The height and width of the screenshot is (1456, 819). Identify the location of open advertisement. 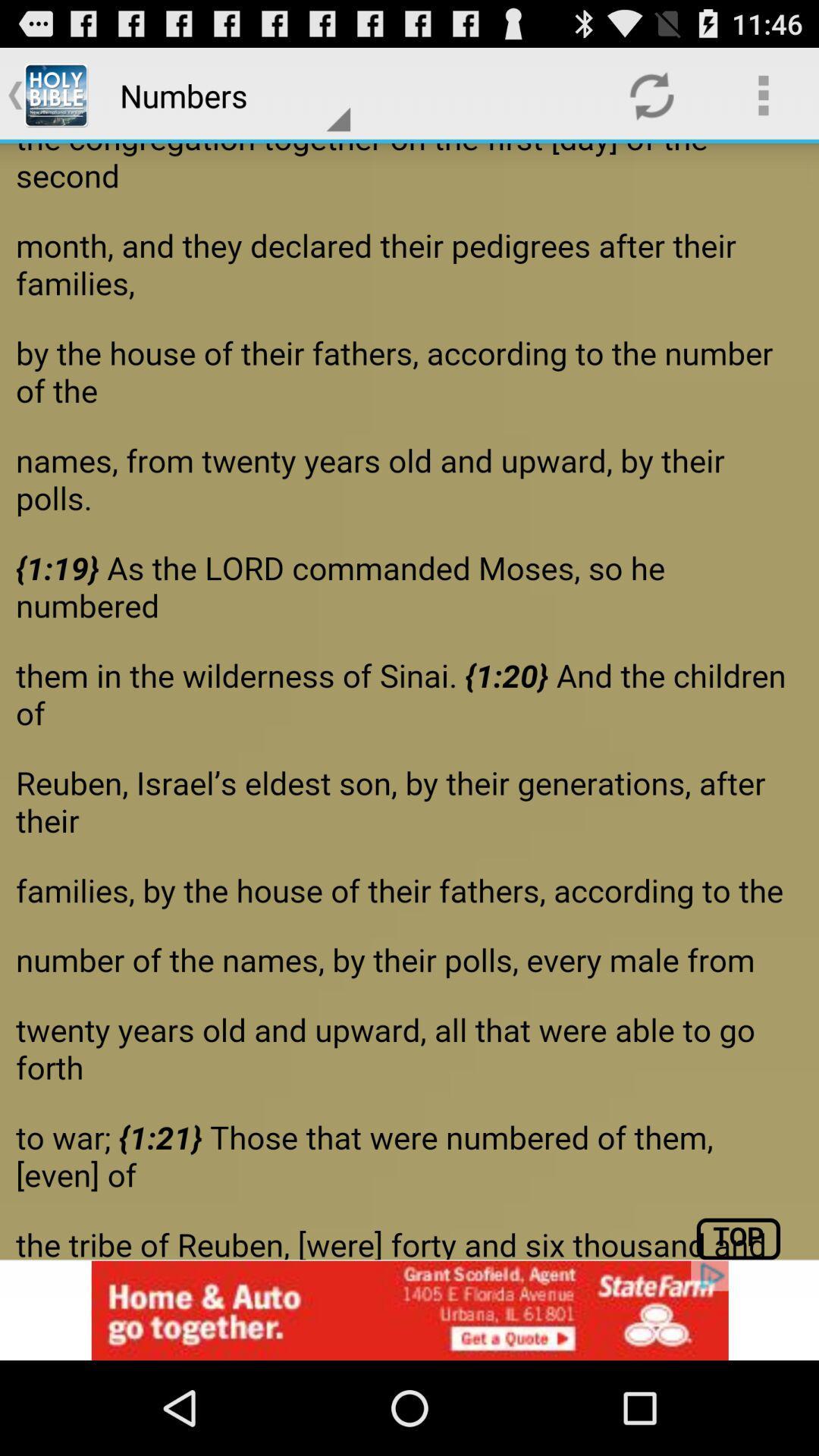
(409, 1310).